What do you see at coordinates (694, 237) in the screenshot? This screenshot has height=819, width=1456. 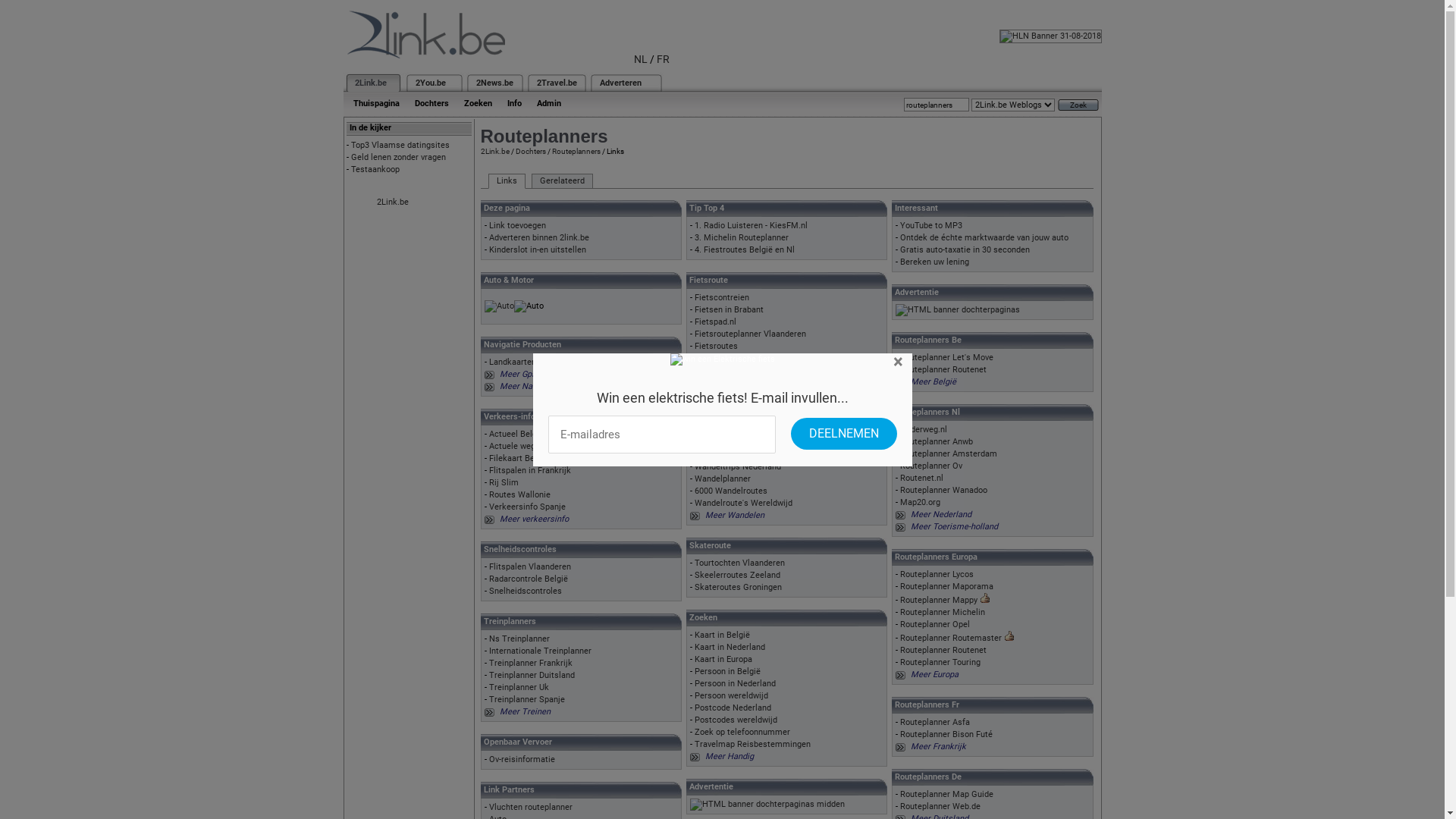 I see `'3. Michelin Routeplanner'` at bounding box center [694, 237].